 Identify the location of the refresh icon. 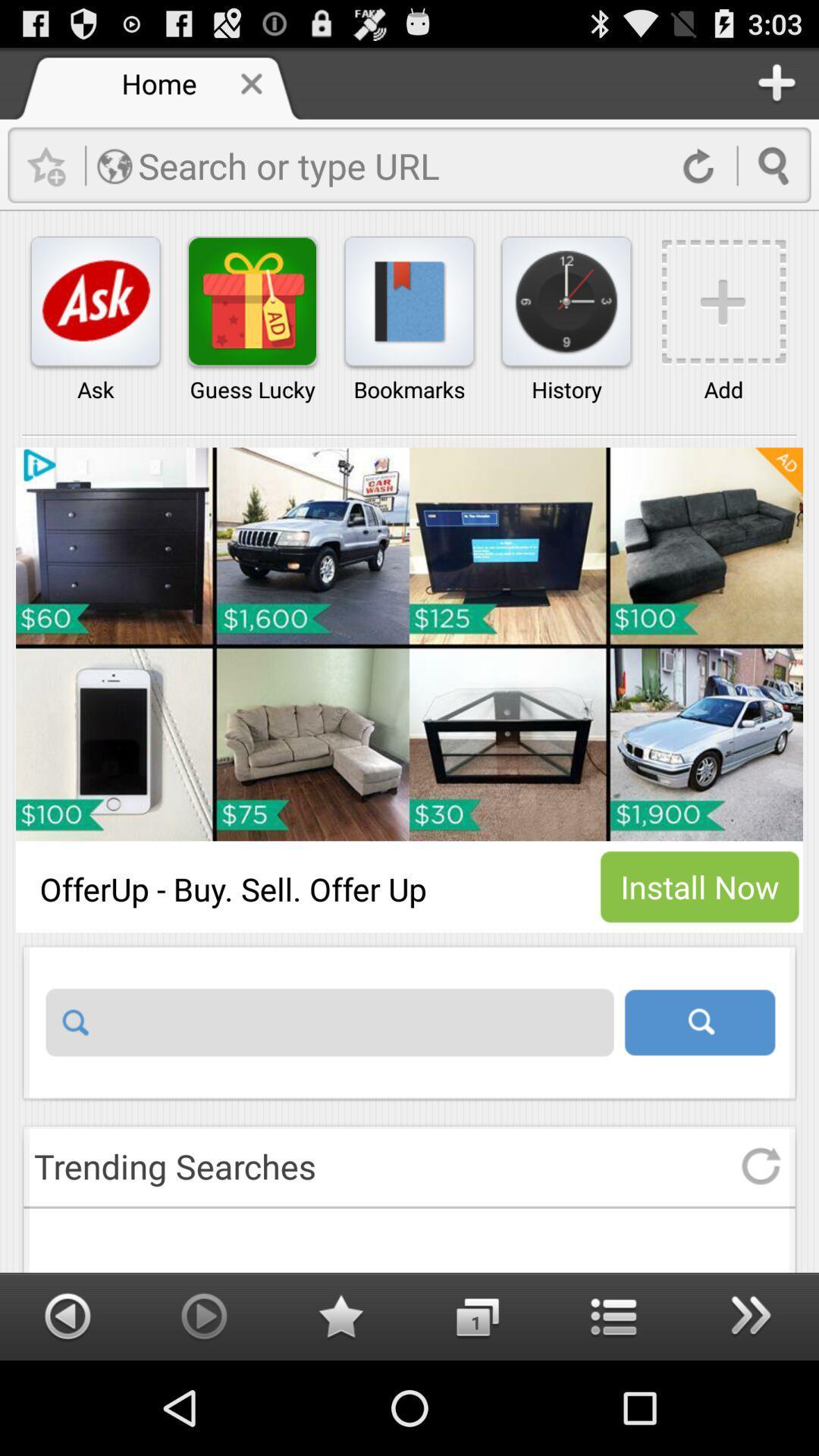
(761, 1248).